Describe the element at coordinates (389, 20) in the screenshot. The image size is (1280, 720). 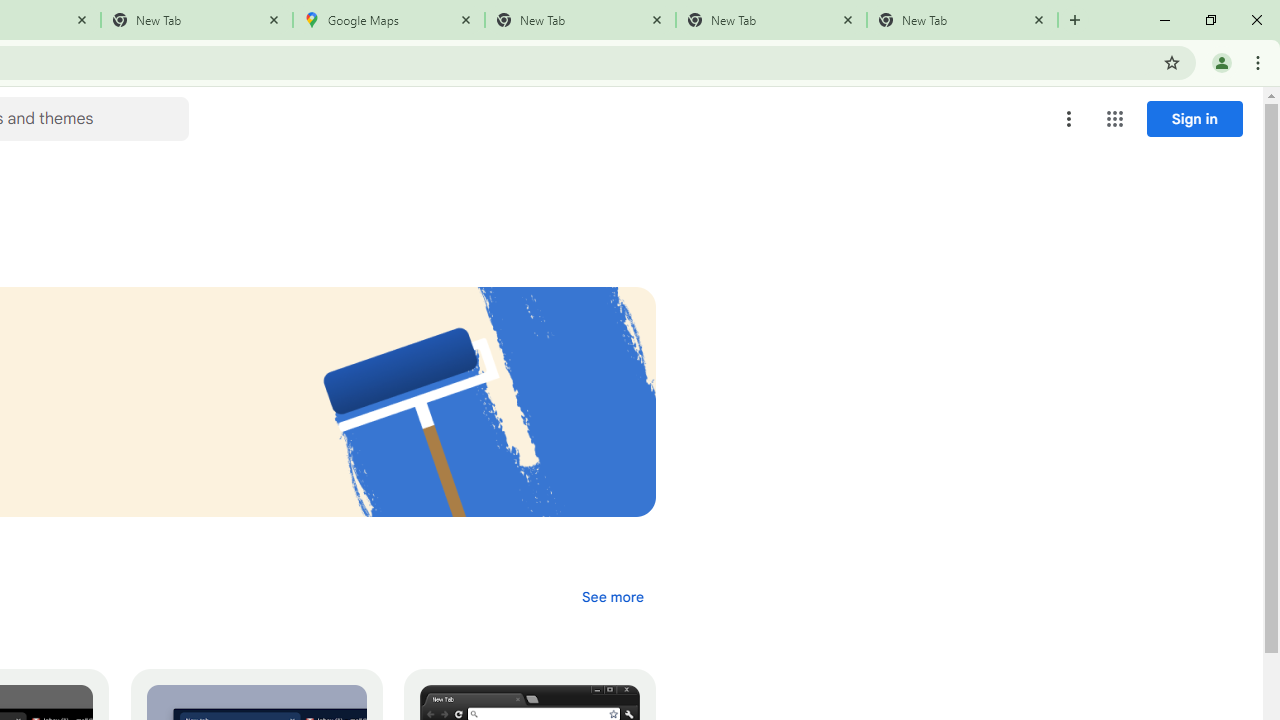
I see `'Google Maps'` at that location.